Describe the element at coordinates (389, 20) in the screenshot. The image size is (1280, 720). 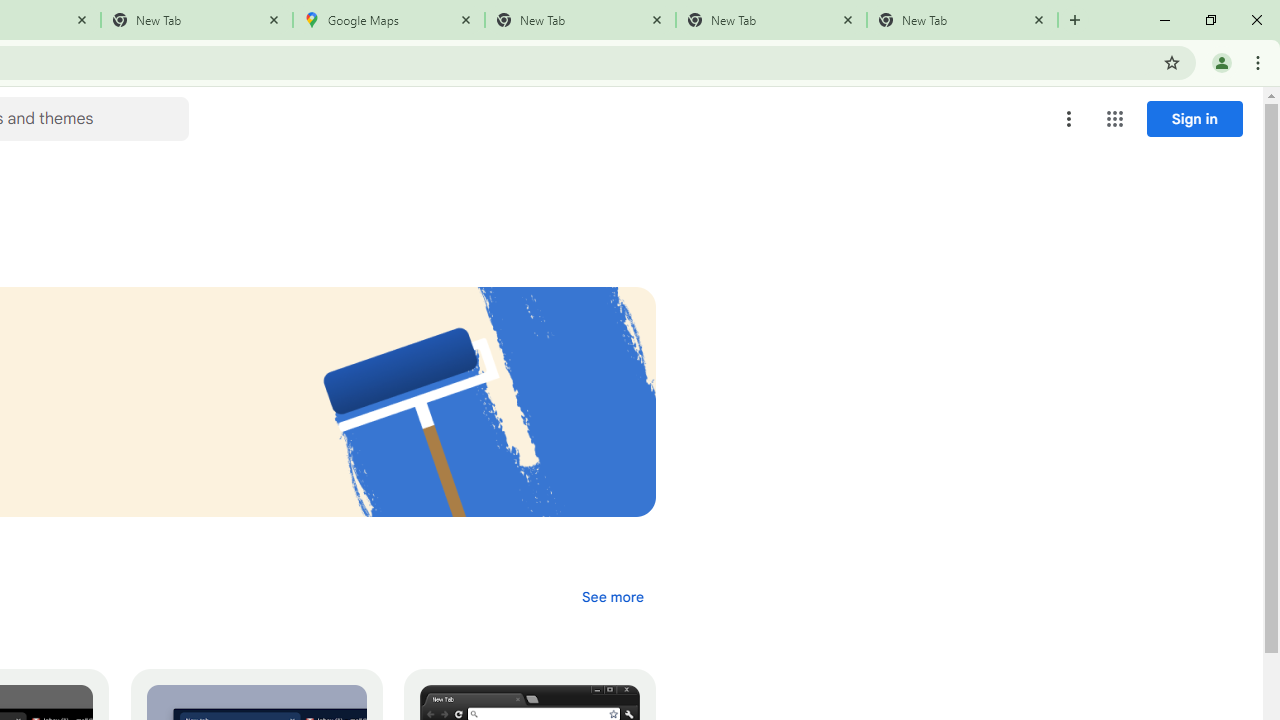
I see `'Google Maps'` at that location.